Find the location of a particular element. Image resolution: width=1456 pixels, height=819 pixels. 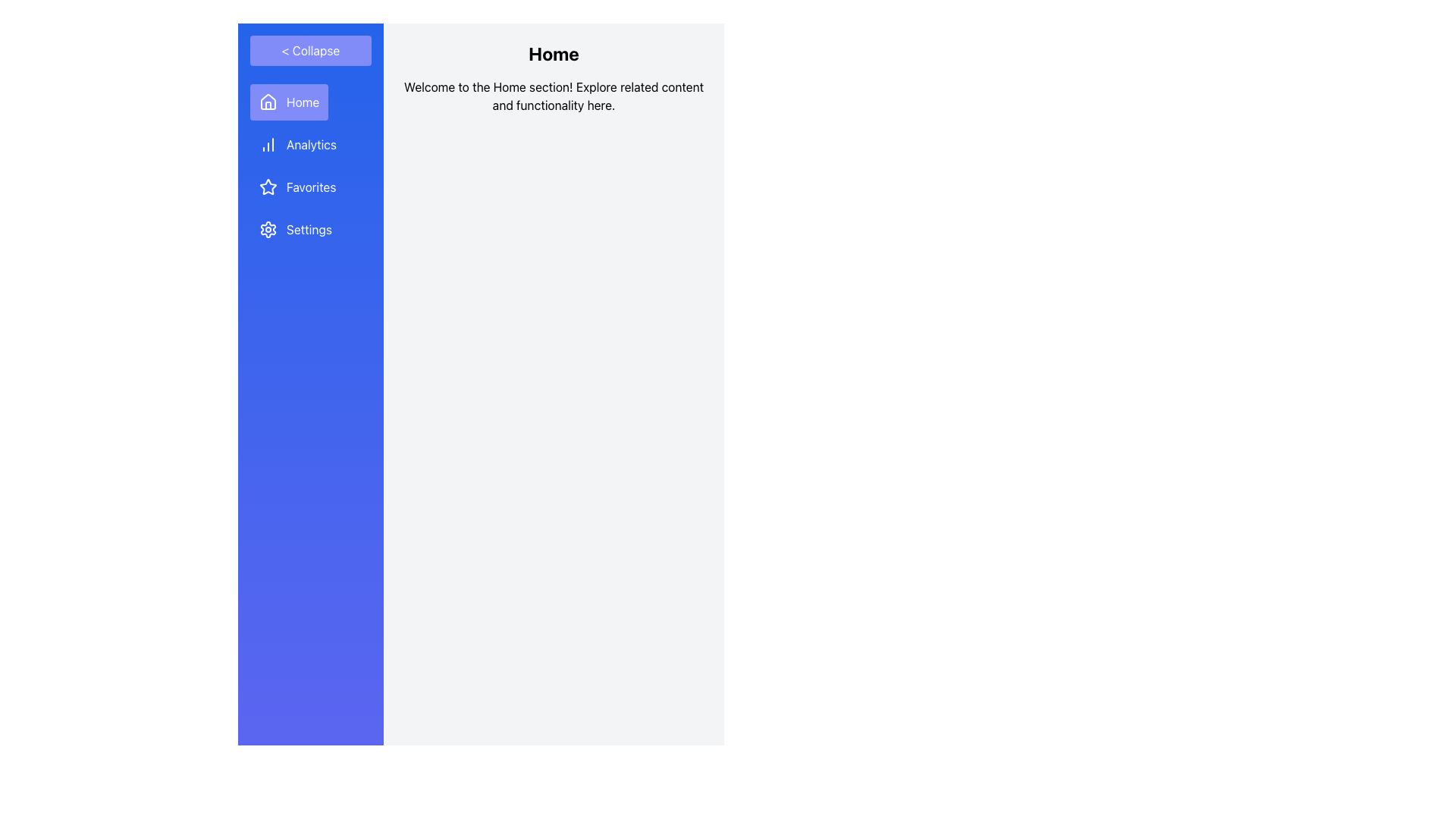

the Home button which contains a small house icon outlined with strokes, located at the top of the vertical navigation sidebar is located at coordinates (268, 102).